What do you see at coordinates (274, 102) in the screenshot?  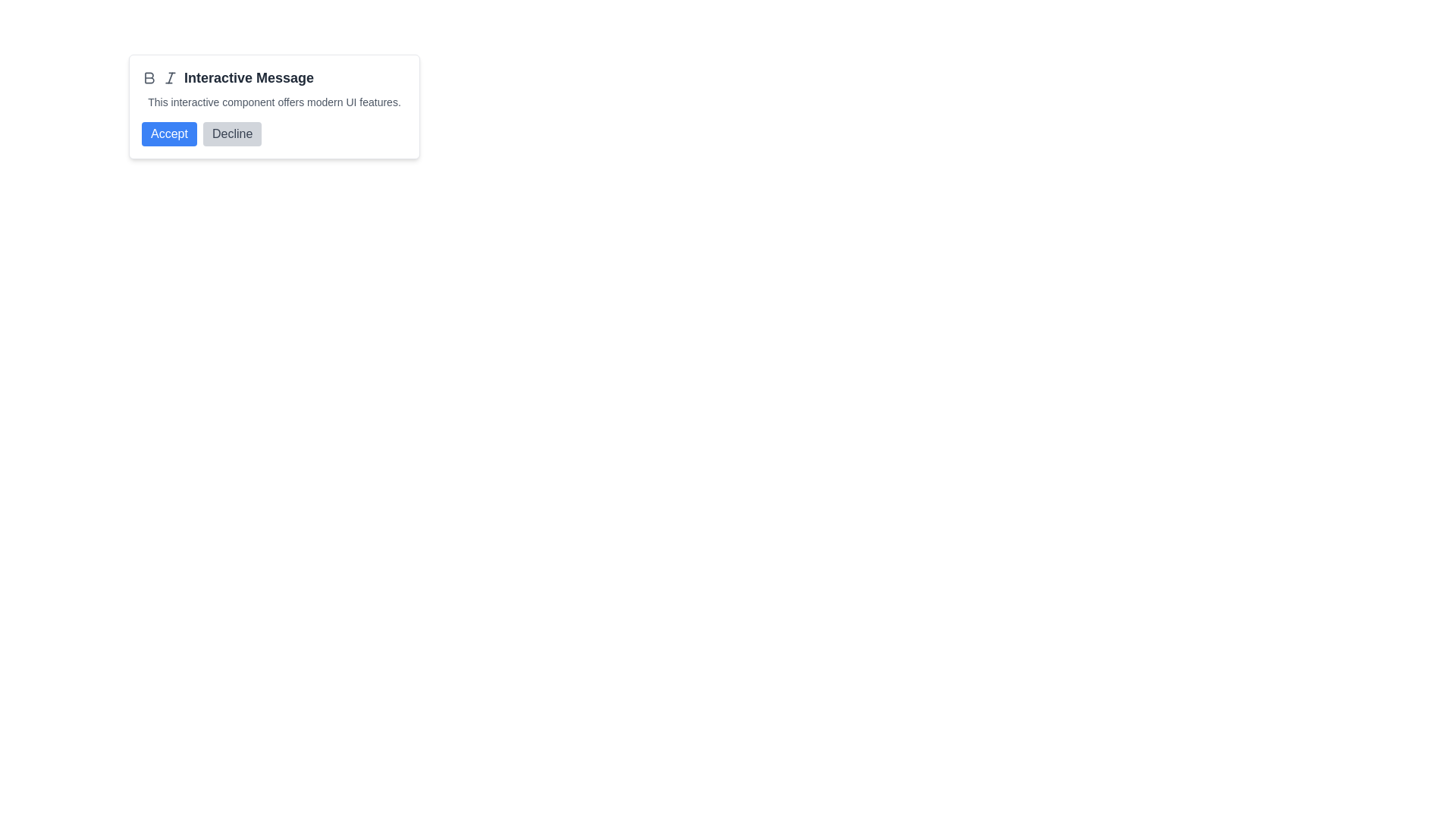 I see `non-interactive text label located under the heading 'Interactive Message', which provides contextual information related to the message above` at bounding box center [274, 102].